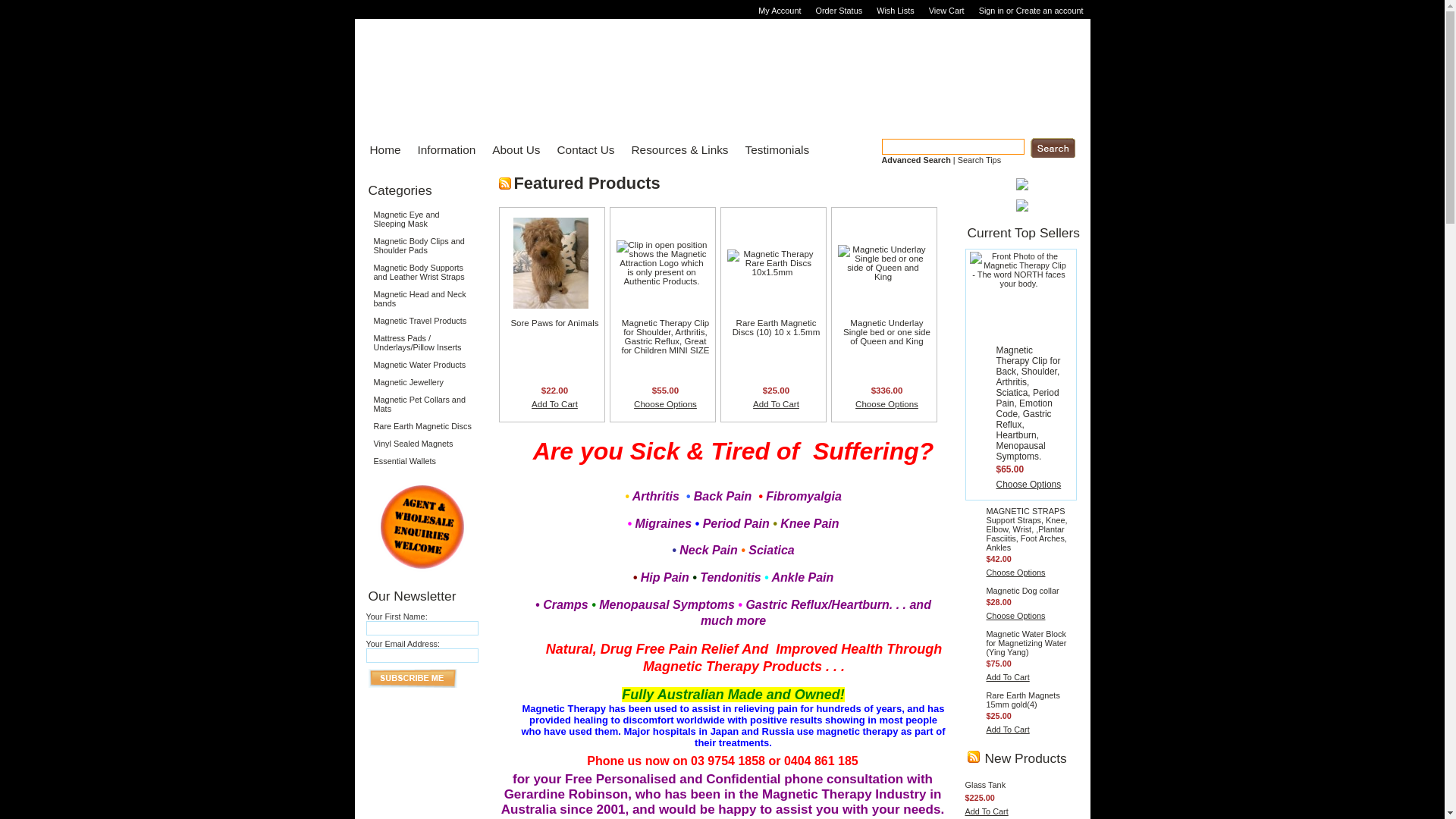 The width and height of the screenshot is (1456, 819). I want to click on 'Search Tips', so click(979, 160).